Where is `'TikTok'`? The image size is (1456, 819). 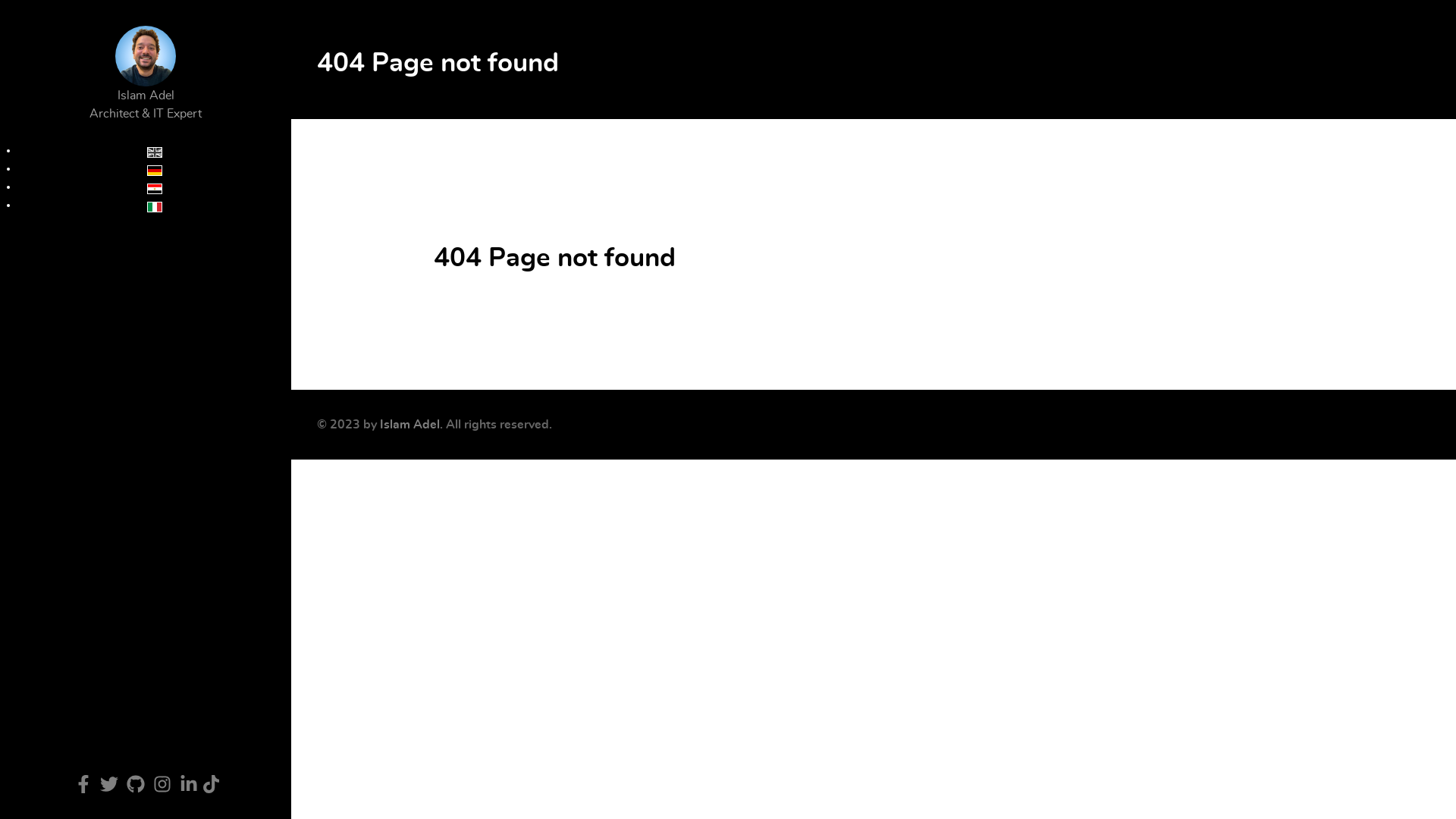 'TikTok' is located at coordinates (210, 784).